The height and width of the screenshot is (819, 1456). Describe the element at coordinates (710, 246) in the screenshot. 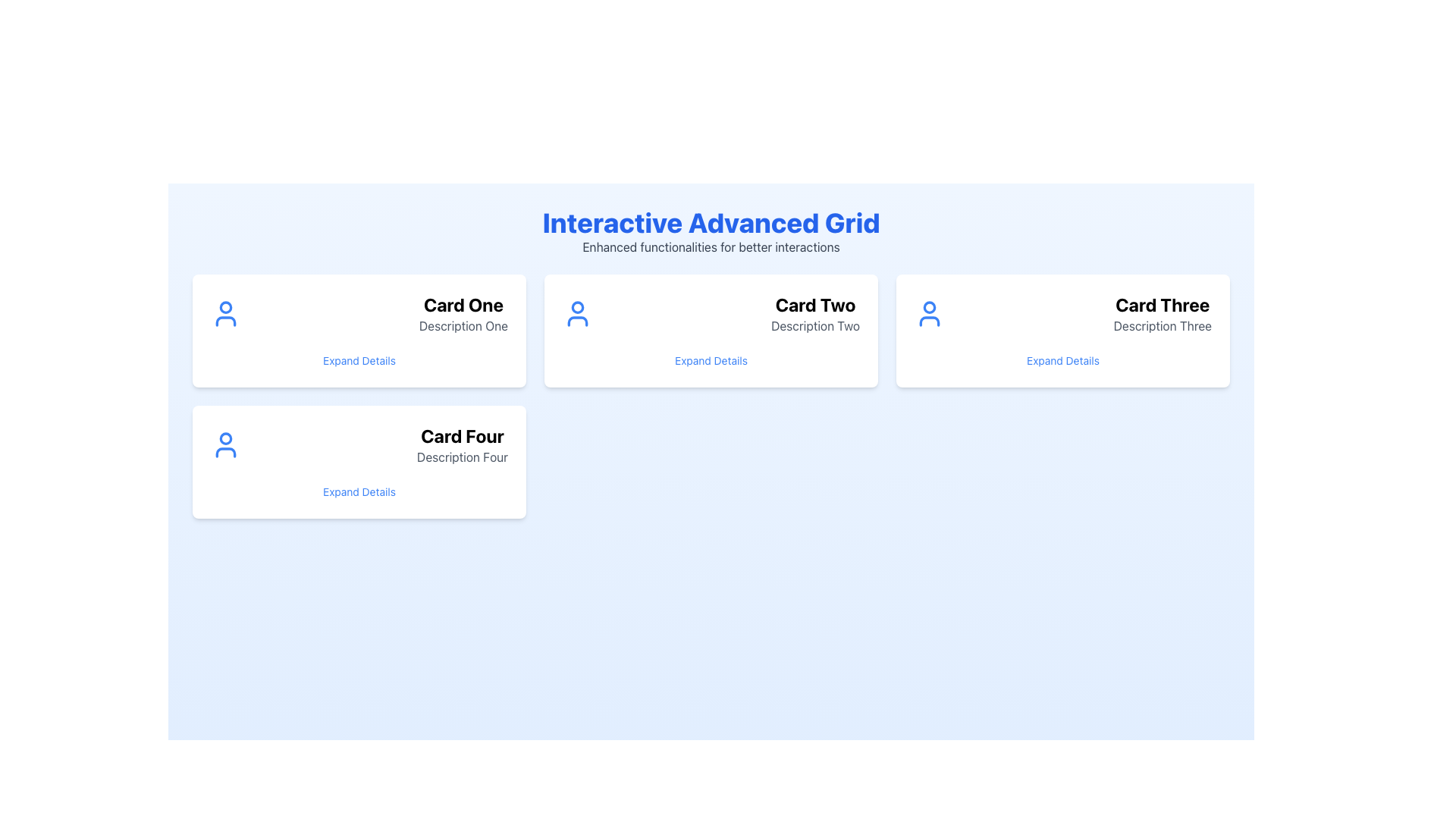

I see `the text label providing supplementary information located directly beneath the title 'Interactive Advanced Grid'` at that location.